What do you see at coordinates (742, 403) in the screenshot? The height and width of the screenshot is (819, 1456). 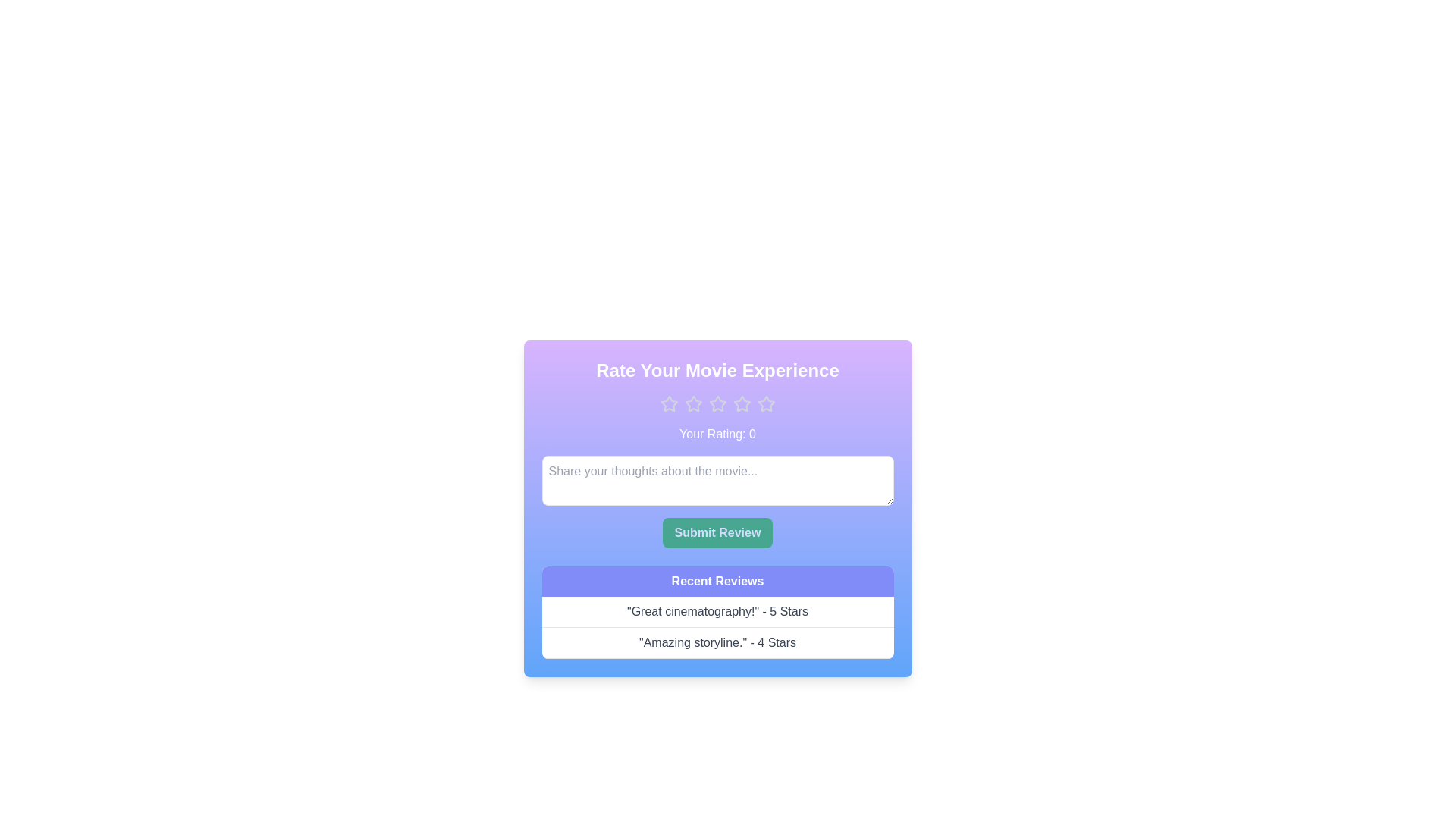 I see `the star corresponding to the desired rating 4` at bounding box center [742, 403].